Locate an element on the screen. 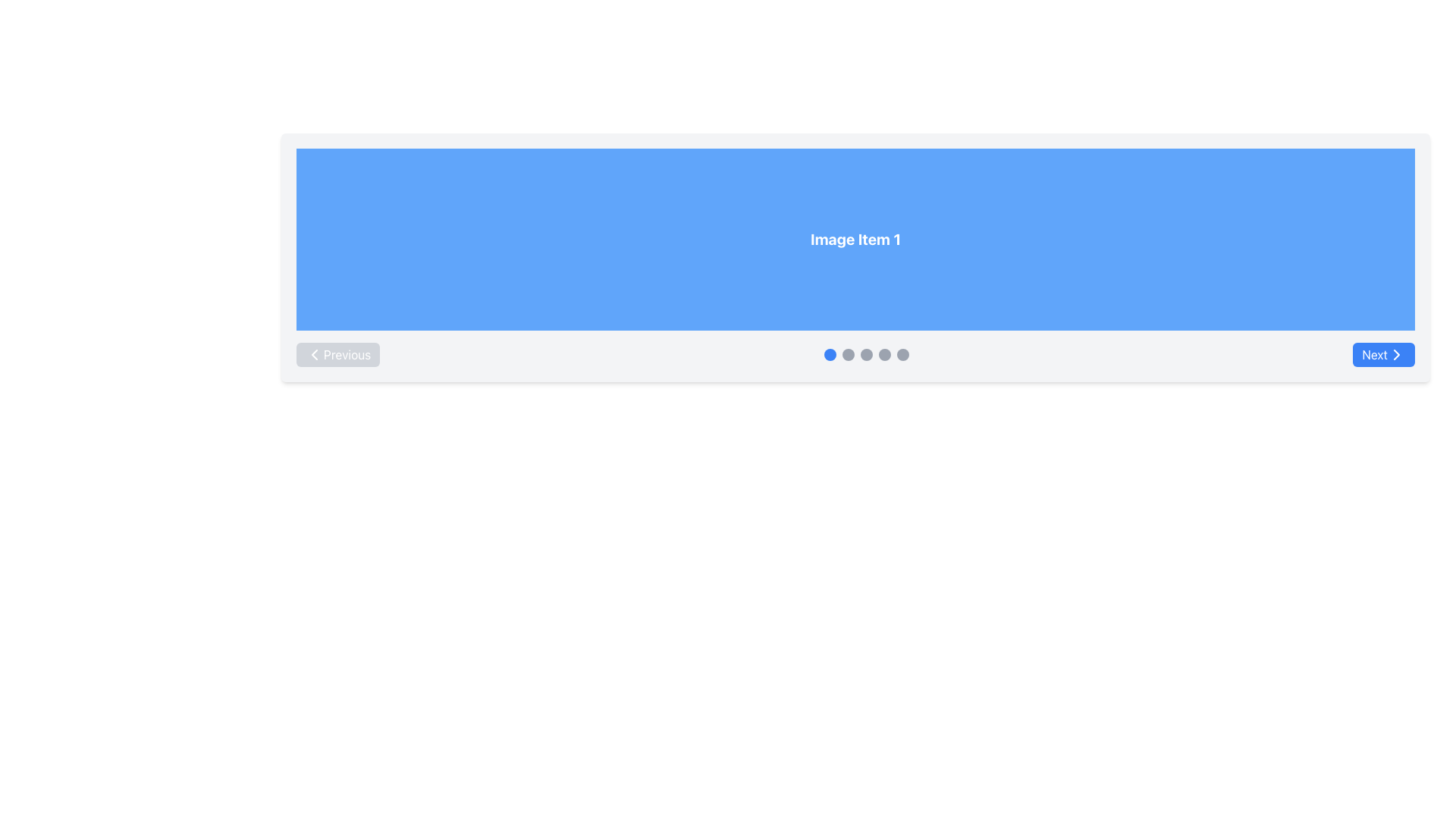  the circular indicator in the pagination control is located at coordinates (855, 354).